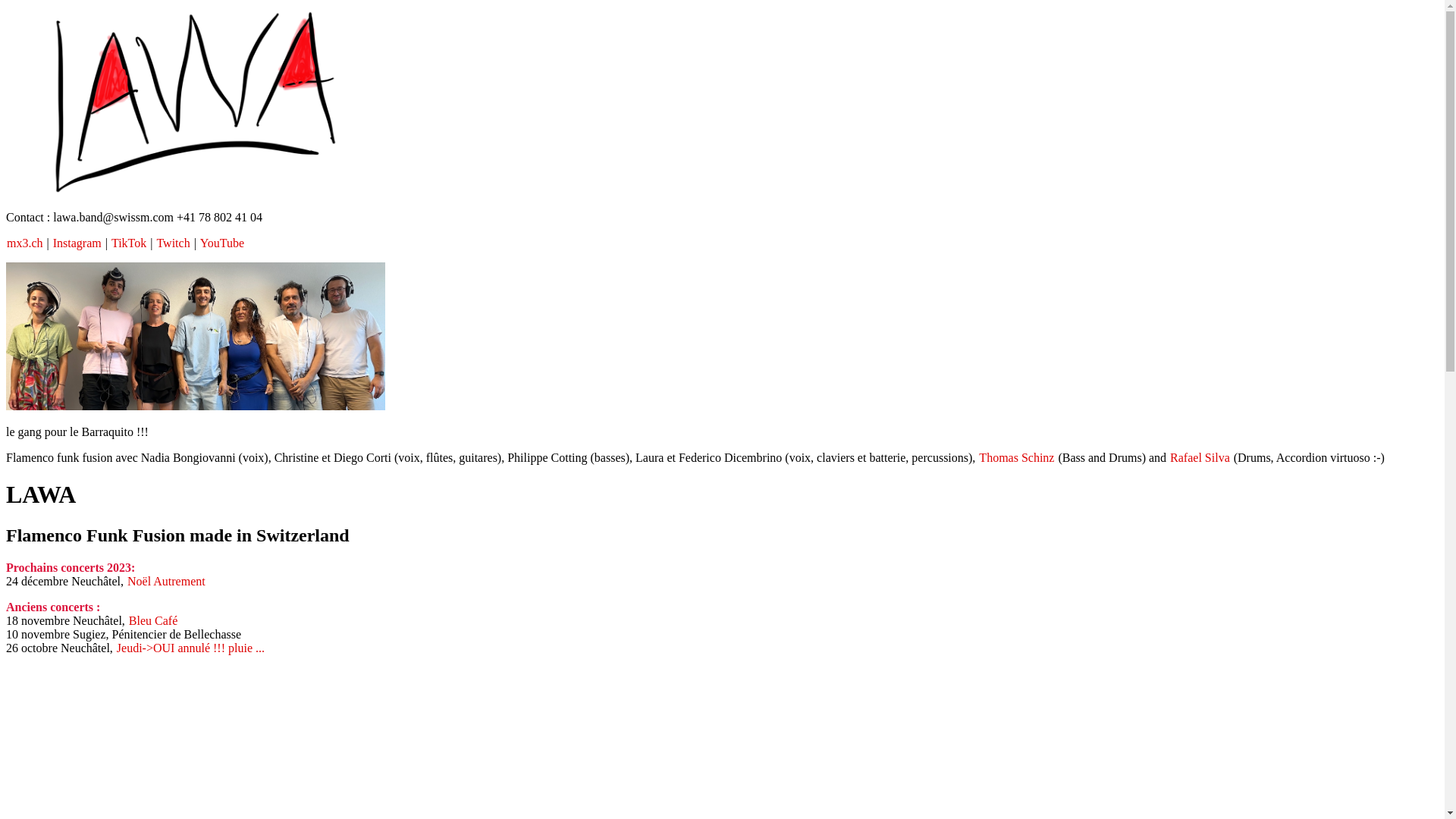 The image size is (1456, 819). Describe the element at coordinates (128, 241) in the screenshot. I see `'TikTok'` at that location.